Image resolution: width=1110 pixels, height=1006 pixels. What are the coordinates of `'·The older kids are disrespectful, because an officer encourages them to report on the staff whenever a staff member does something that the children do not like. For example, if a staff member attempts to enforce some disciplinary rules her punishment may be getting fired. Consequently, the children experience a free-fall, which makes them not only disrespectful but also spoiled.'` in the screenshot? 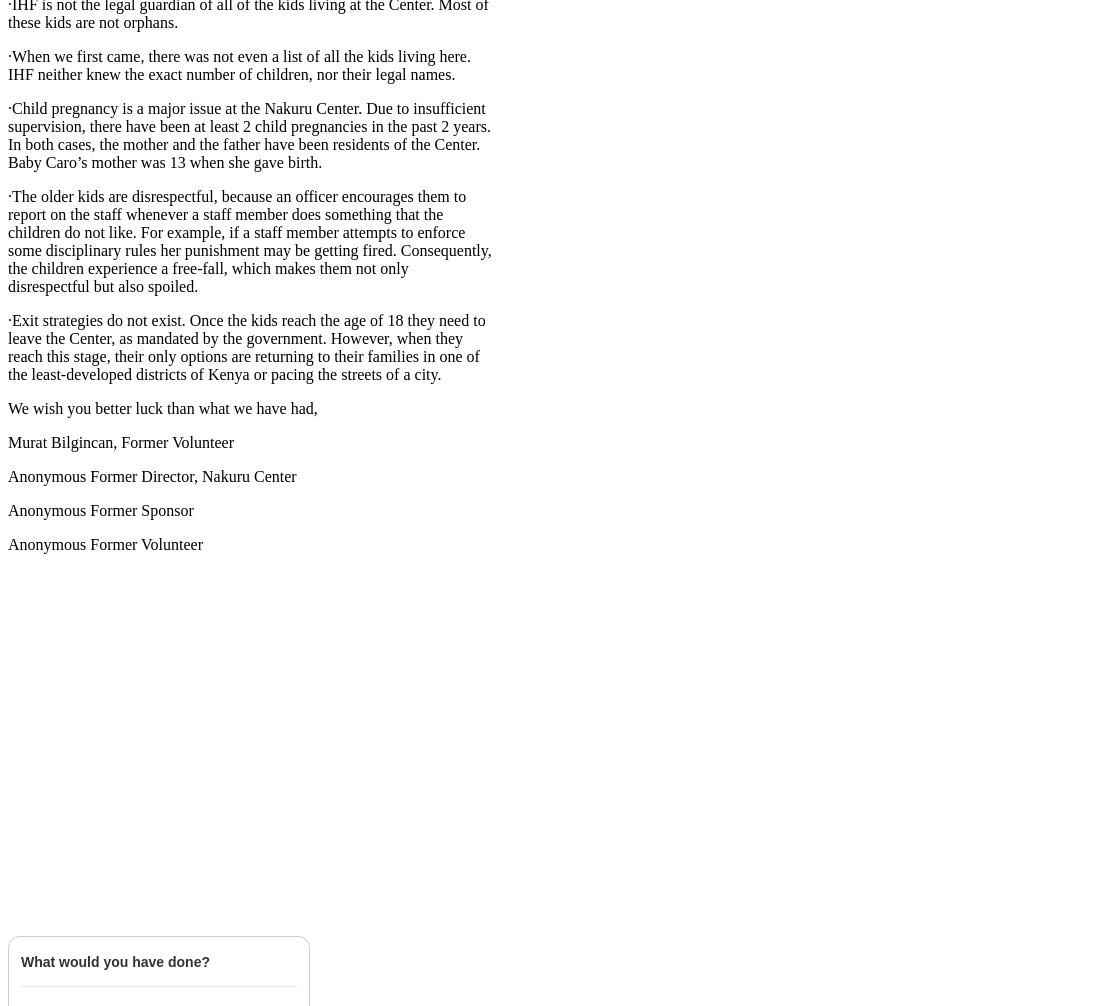 It's located at (7, 240).